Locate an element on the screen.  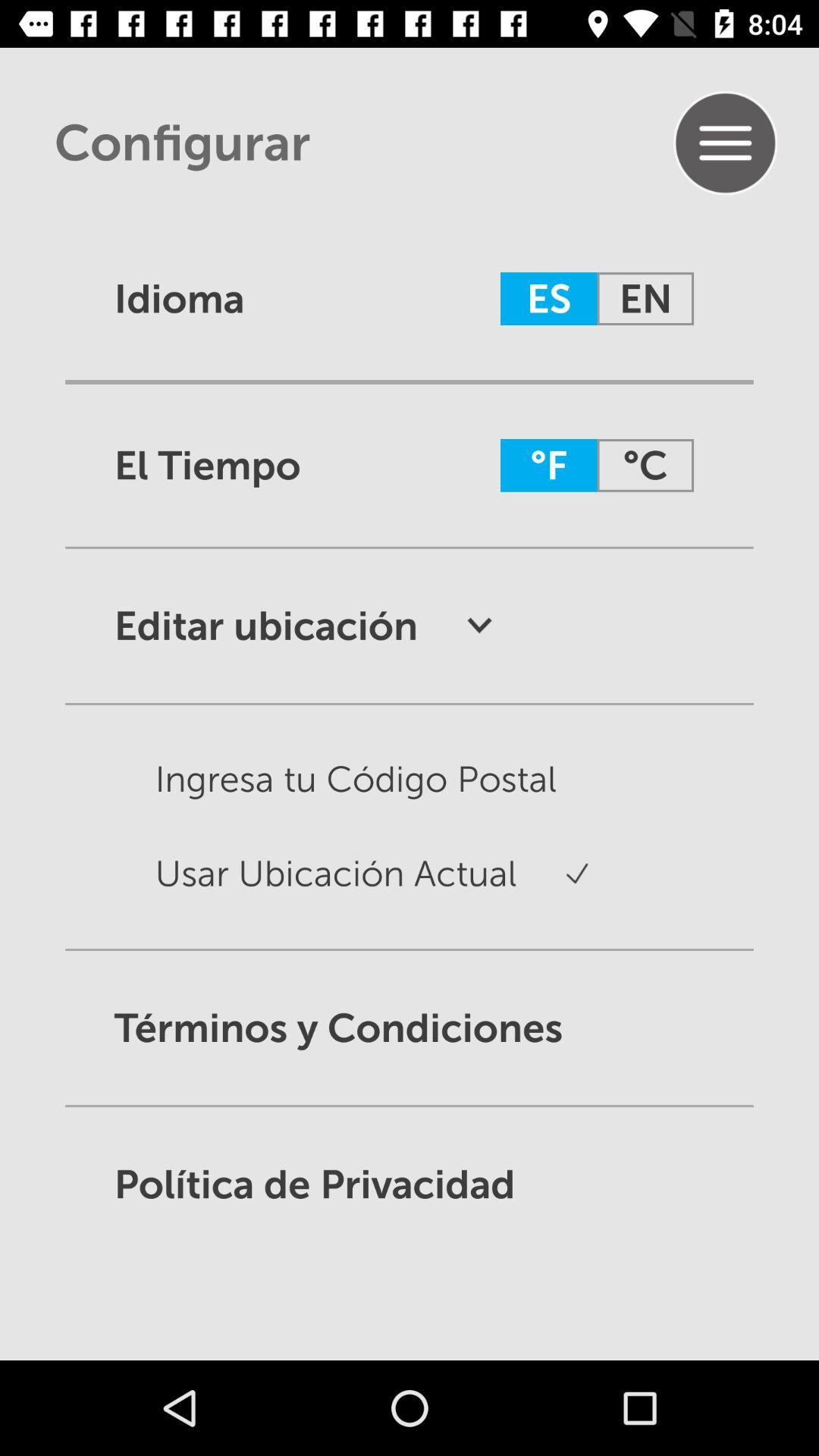
the second option in editar ubicacion category is located at coordinates (291, 888).